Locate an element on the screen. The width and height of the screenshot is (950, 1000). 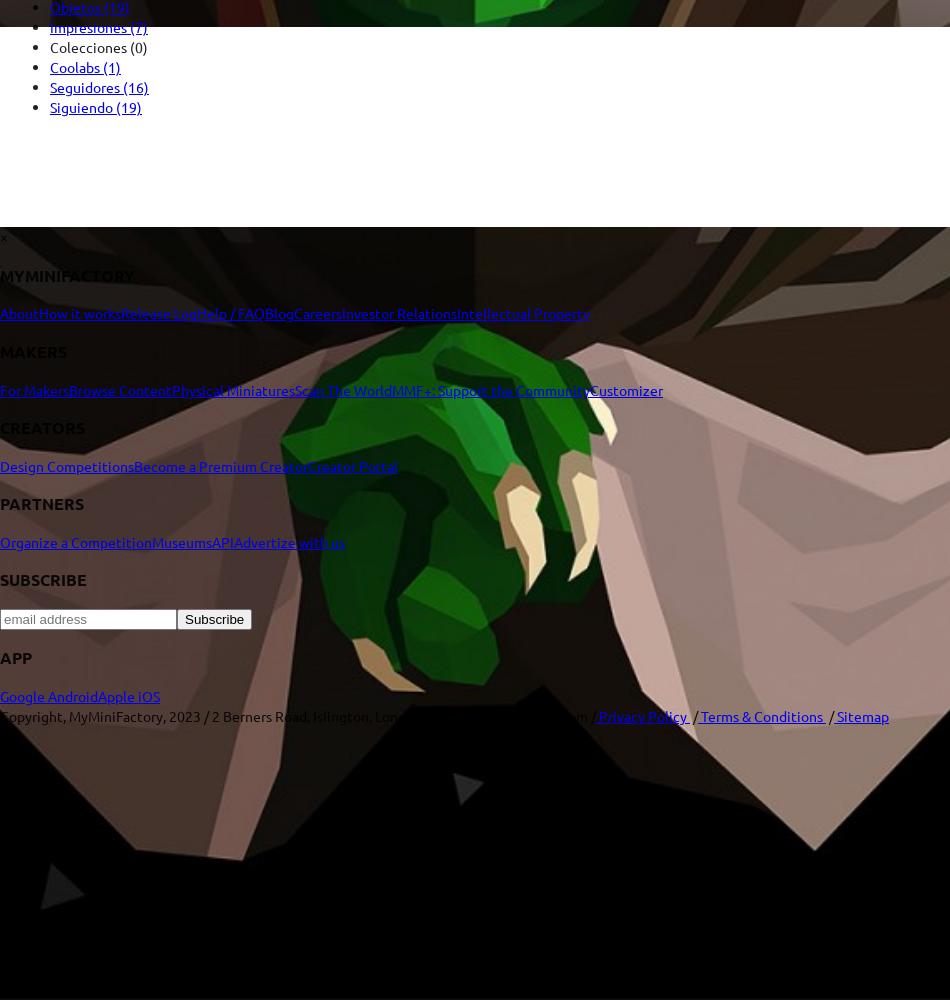
'Coolabs (1)' is located at coordinates (85, 66).